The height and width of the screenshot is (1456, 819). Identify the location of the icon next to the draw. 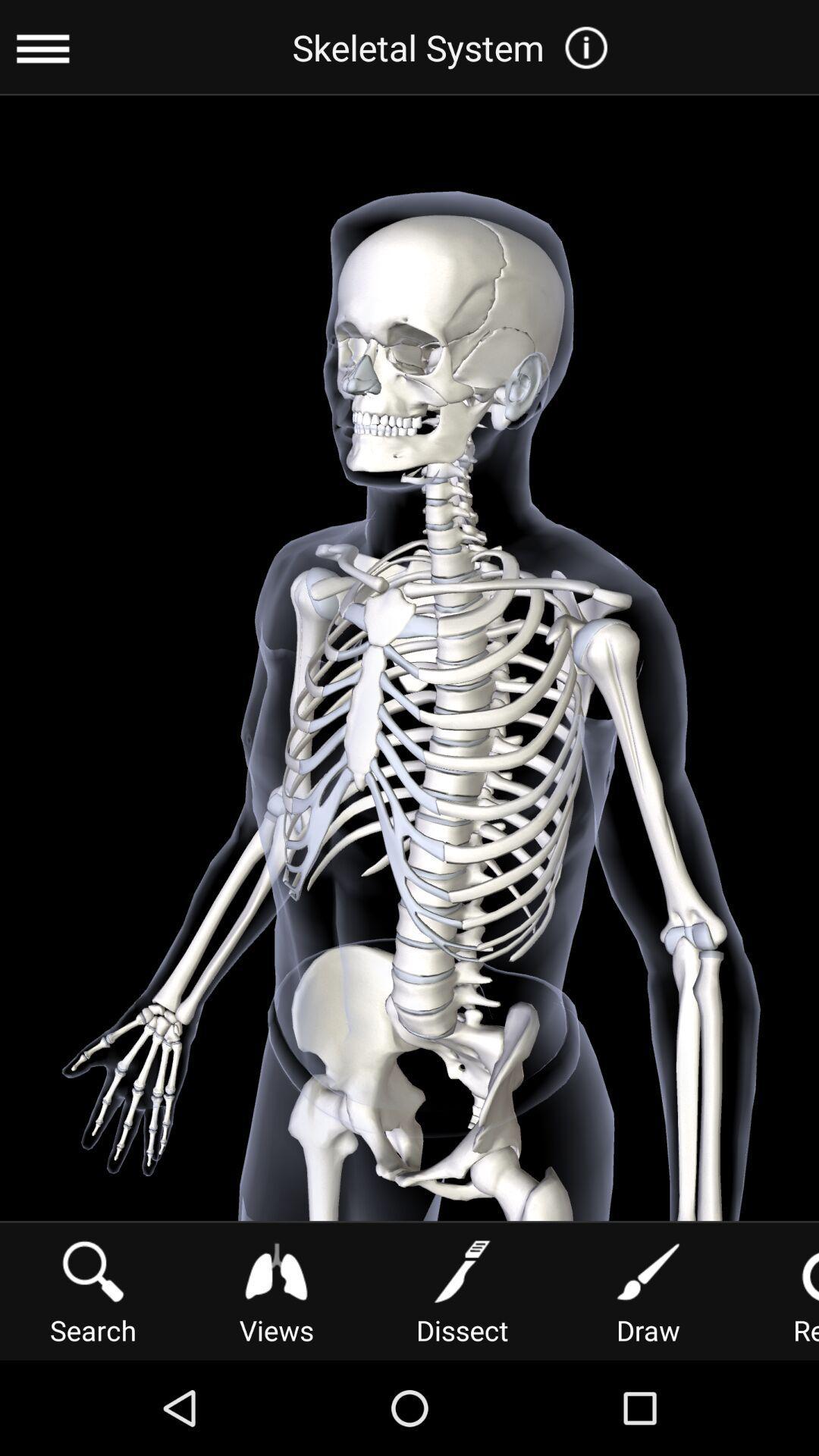
(461, 1289).